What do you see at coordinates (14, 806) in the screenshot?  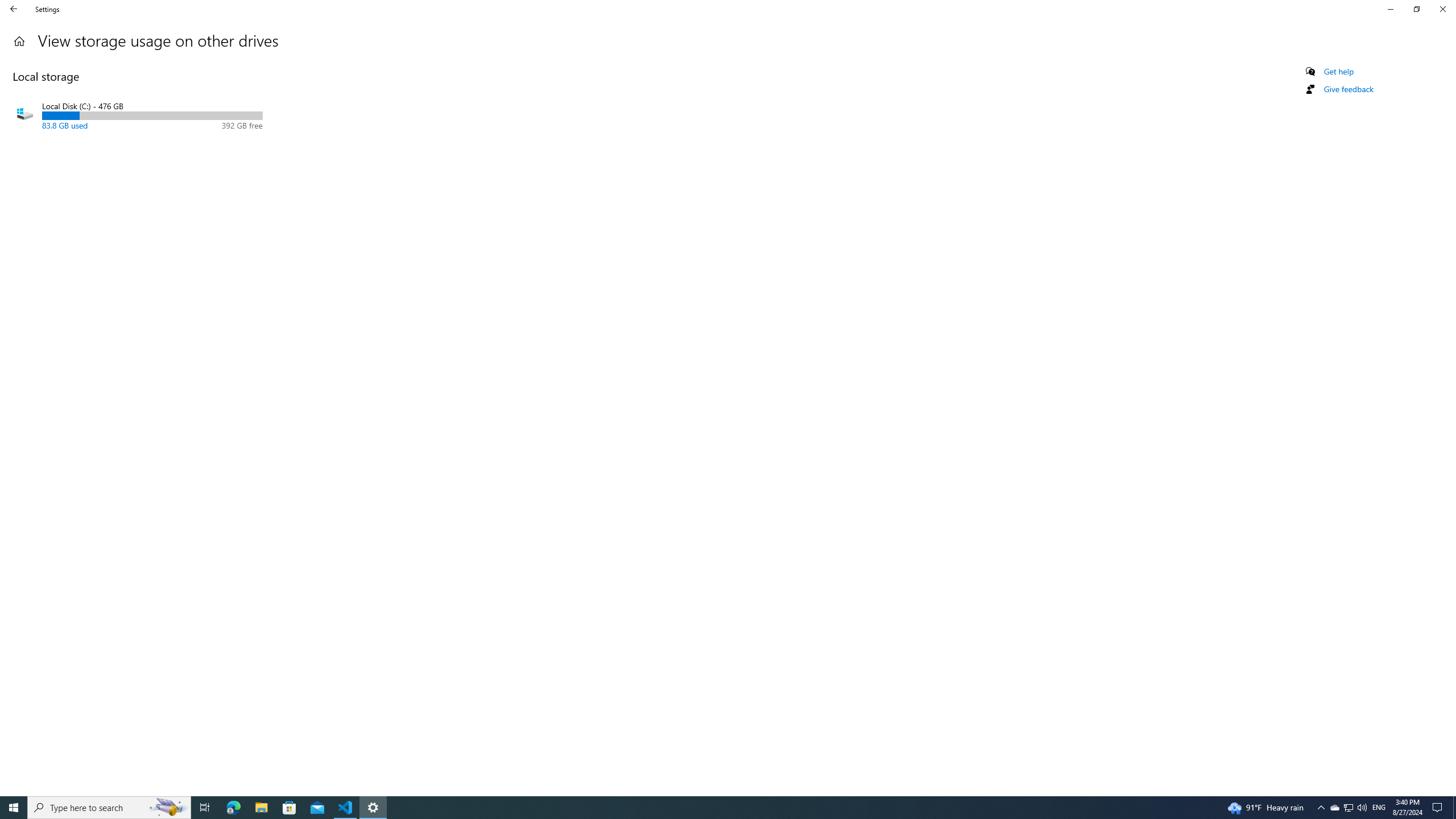 I see `'Start'` at bounding box center [14, 806].